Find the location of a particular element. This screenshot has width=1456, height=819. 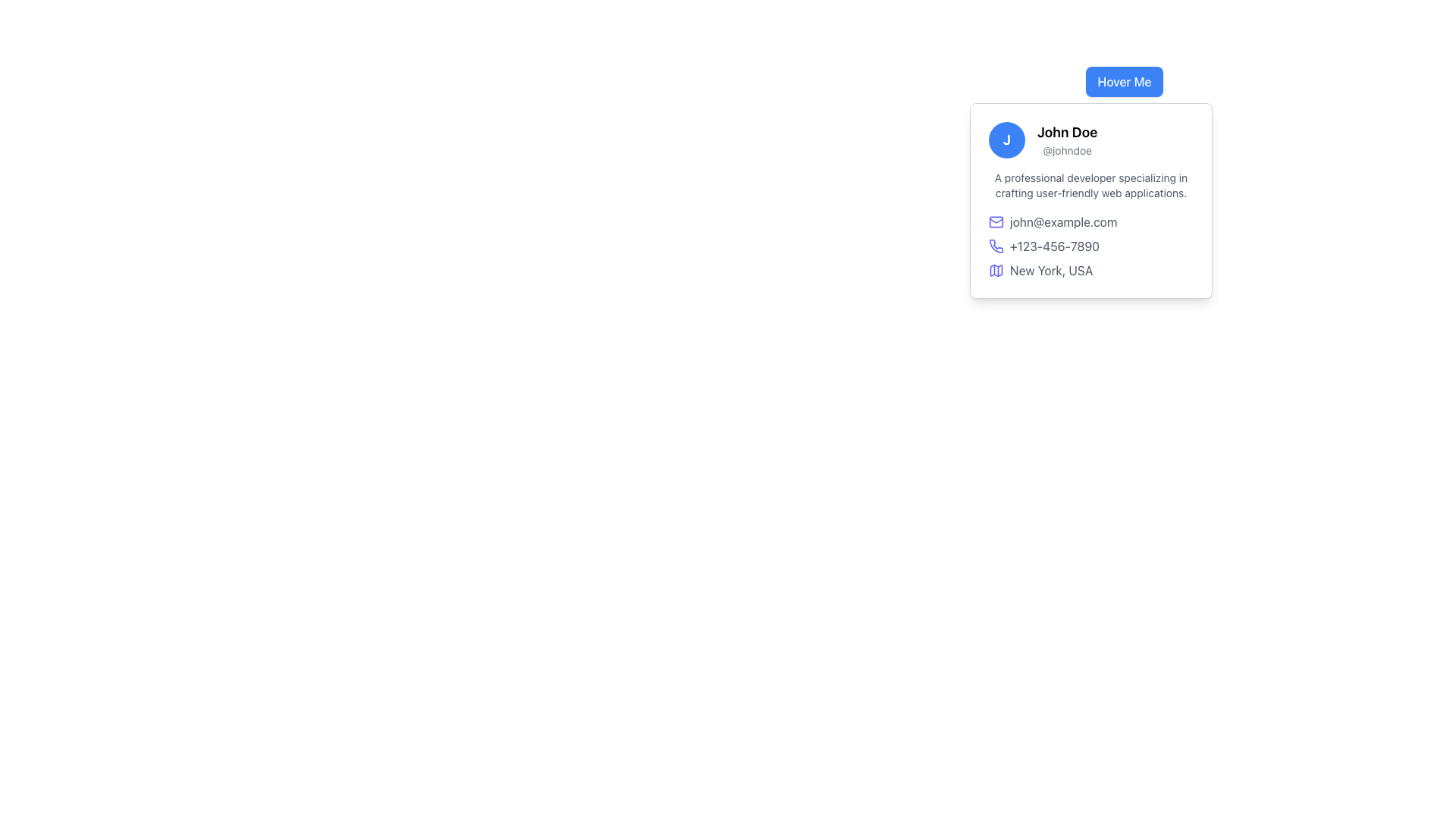

the username text element located beneath the name 'John Doe' in the top-right portion of the card is located at coordinates (1066, 151).